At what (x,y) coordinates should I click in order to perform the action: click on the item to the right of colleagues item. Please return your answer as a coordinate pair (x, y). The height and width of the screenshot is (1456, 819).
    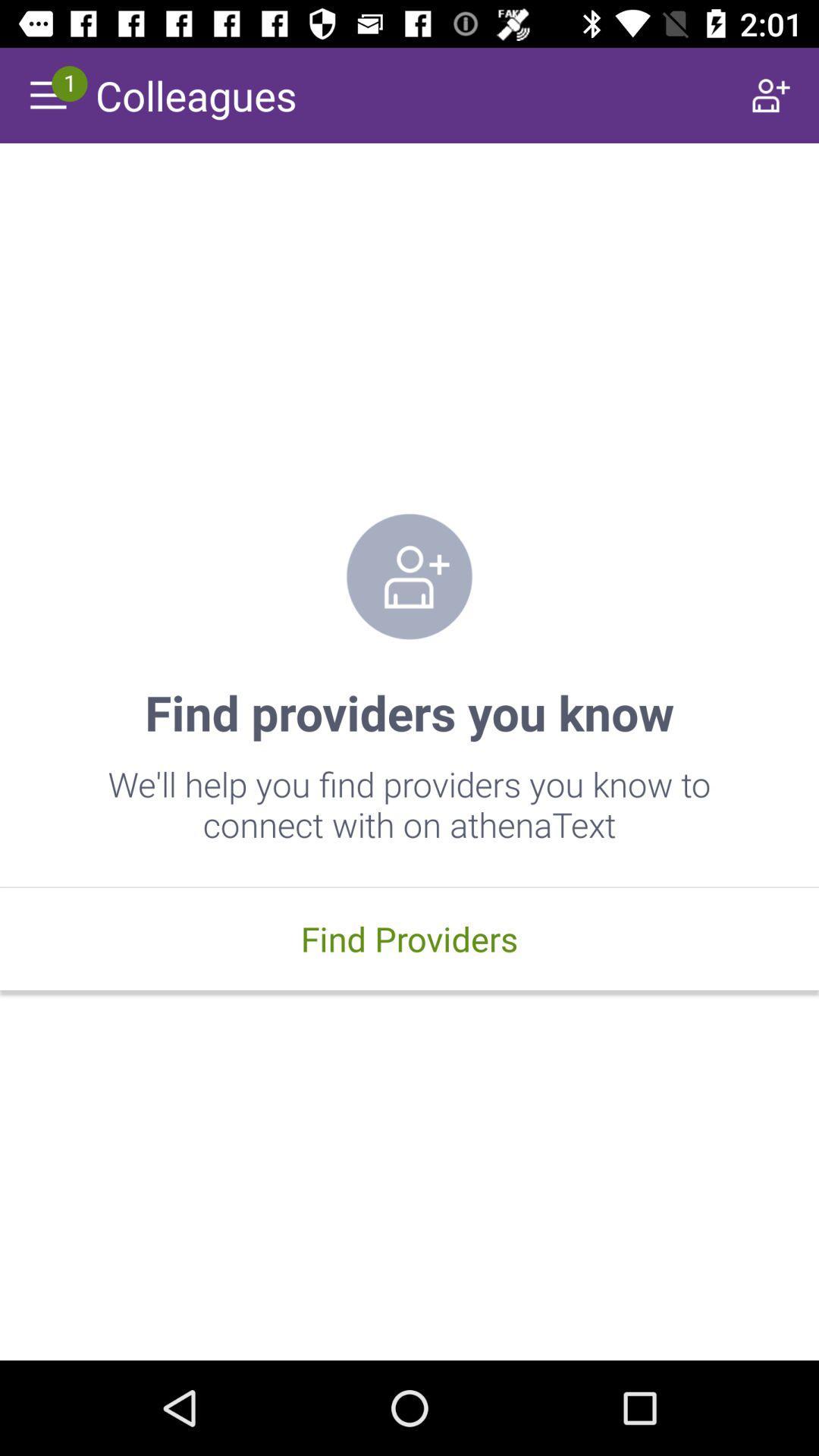
    Looking at the image, I should click on (771, 94).